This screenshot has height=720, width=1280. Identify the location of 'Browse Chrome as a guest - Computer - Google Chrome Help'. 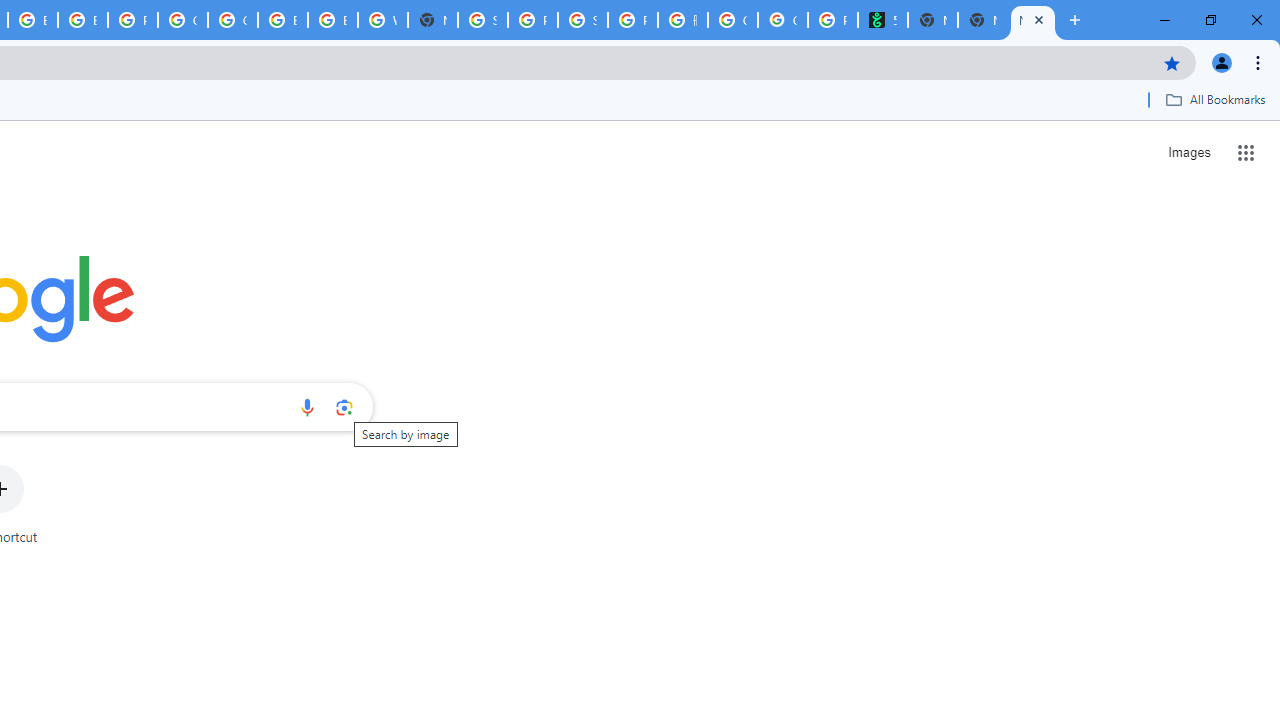
(282, 20).